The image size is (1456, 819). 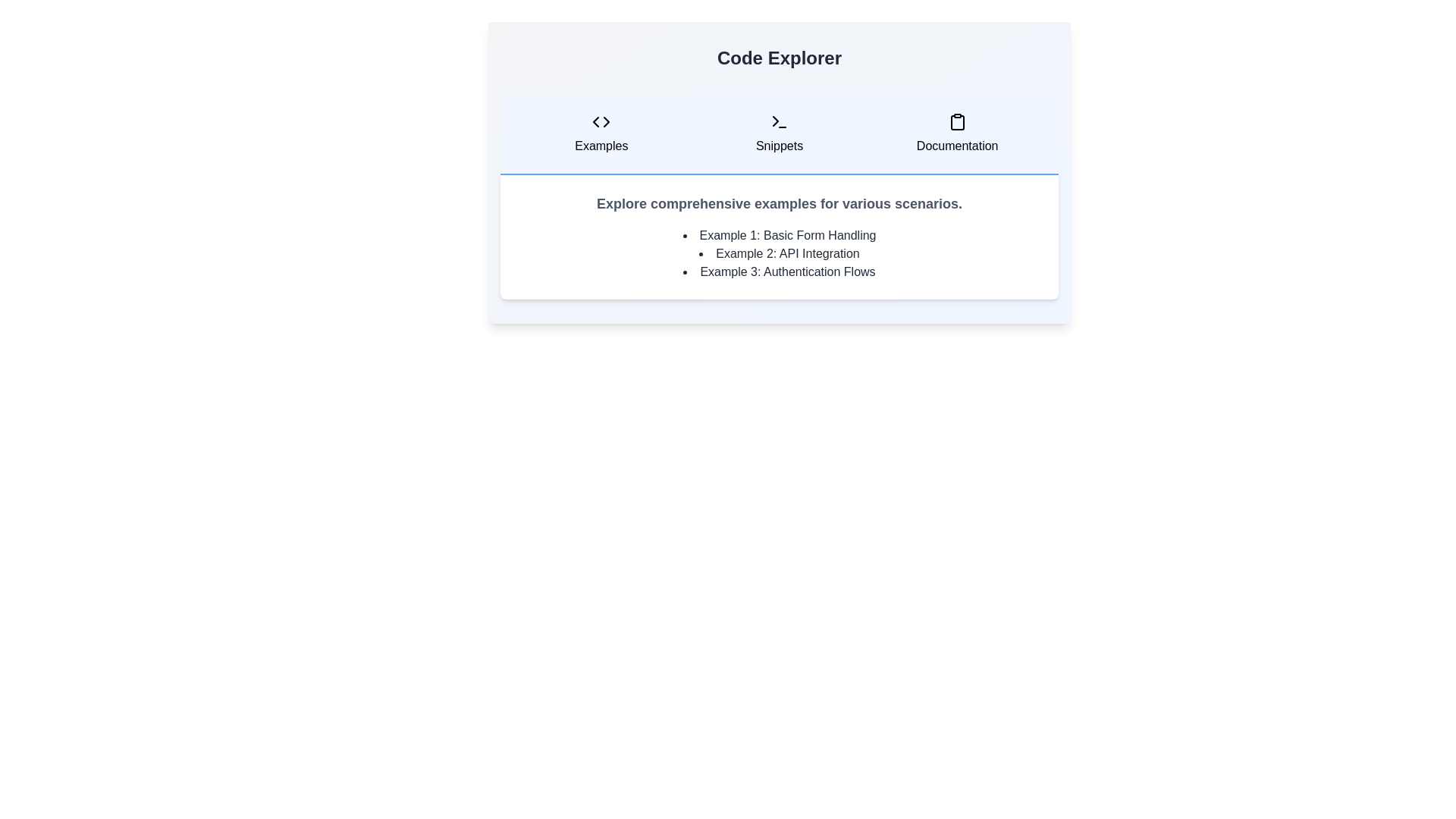 What do you see at coordinates (601, 121) in the screenshot?
I see `the icon representing the 'Examples' tab, which is visually aligned with the coding theme and is located horizontally centered and near the top edge of the tab` at bounding box center [601, 121].